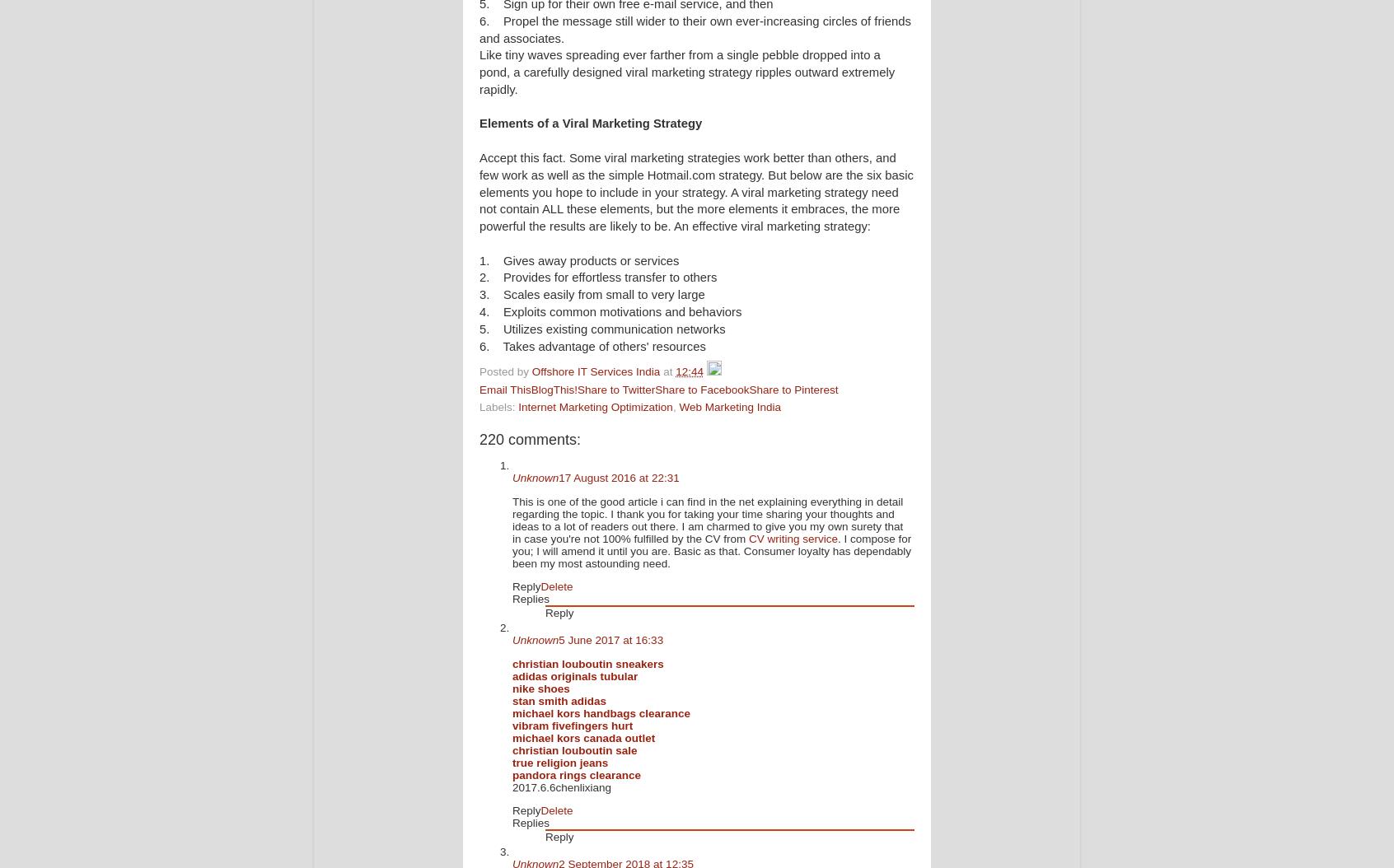 This screenshot has height=868, width=1394. I want to click on '12:44', so click(689, 371).